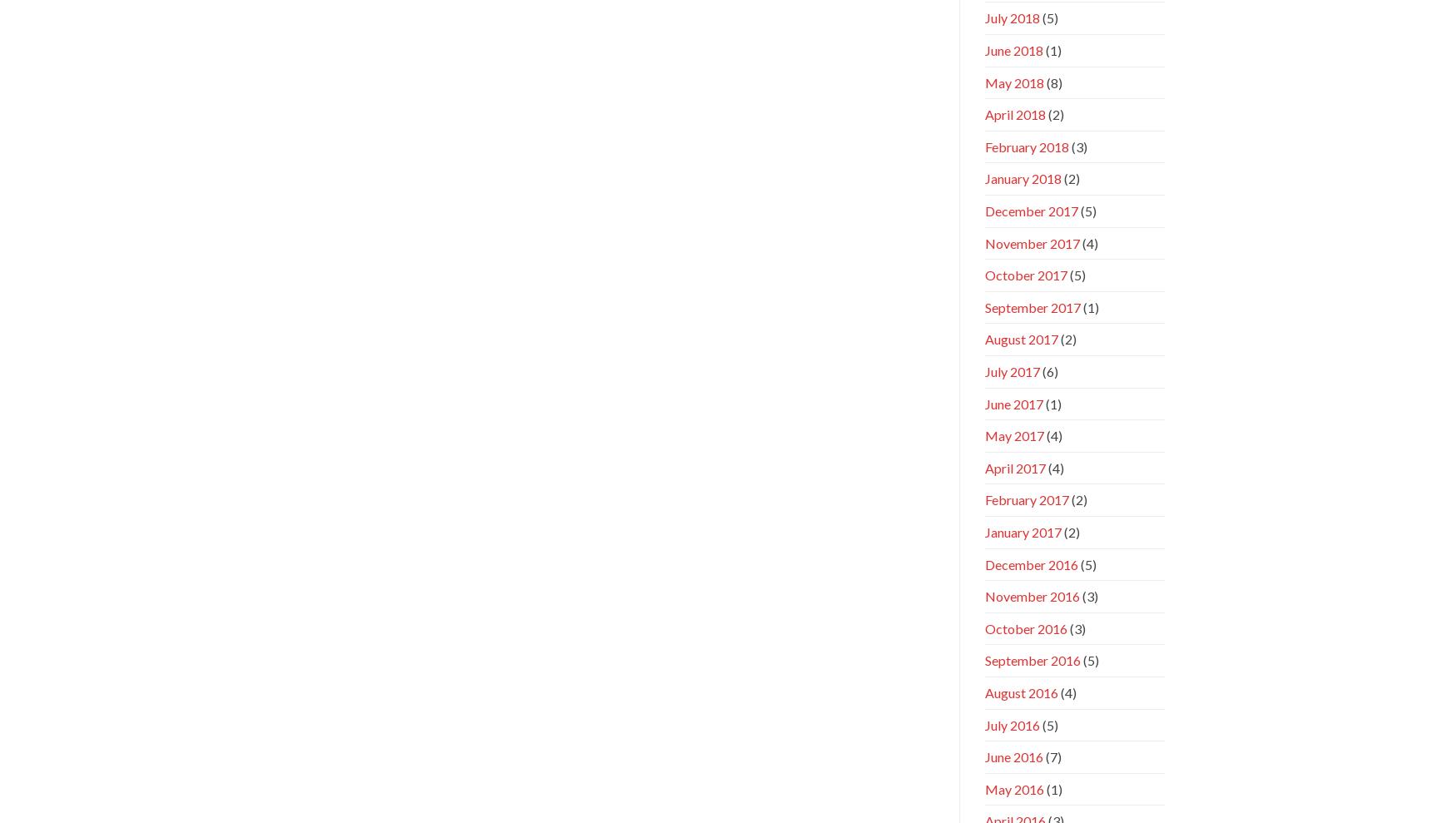  Describe the element at coordinates (1023, 178) in the screenshot. I see `'January 2018'` at that location.